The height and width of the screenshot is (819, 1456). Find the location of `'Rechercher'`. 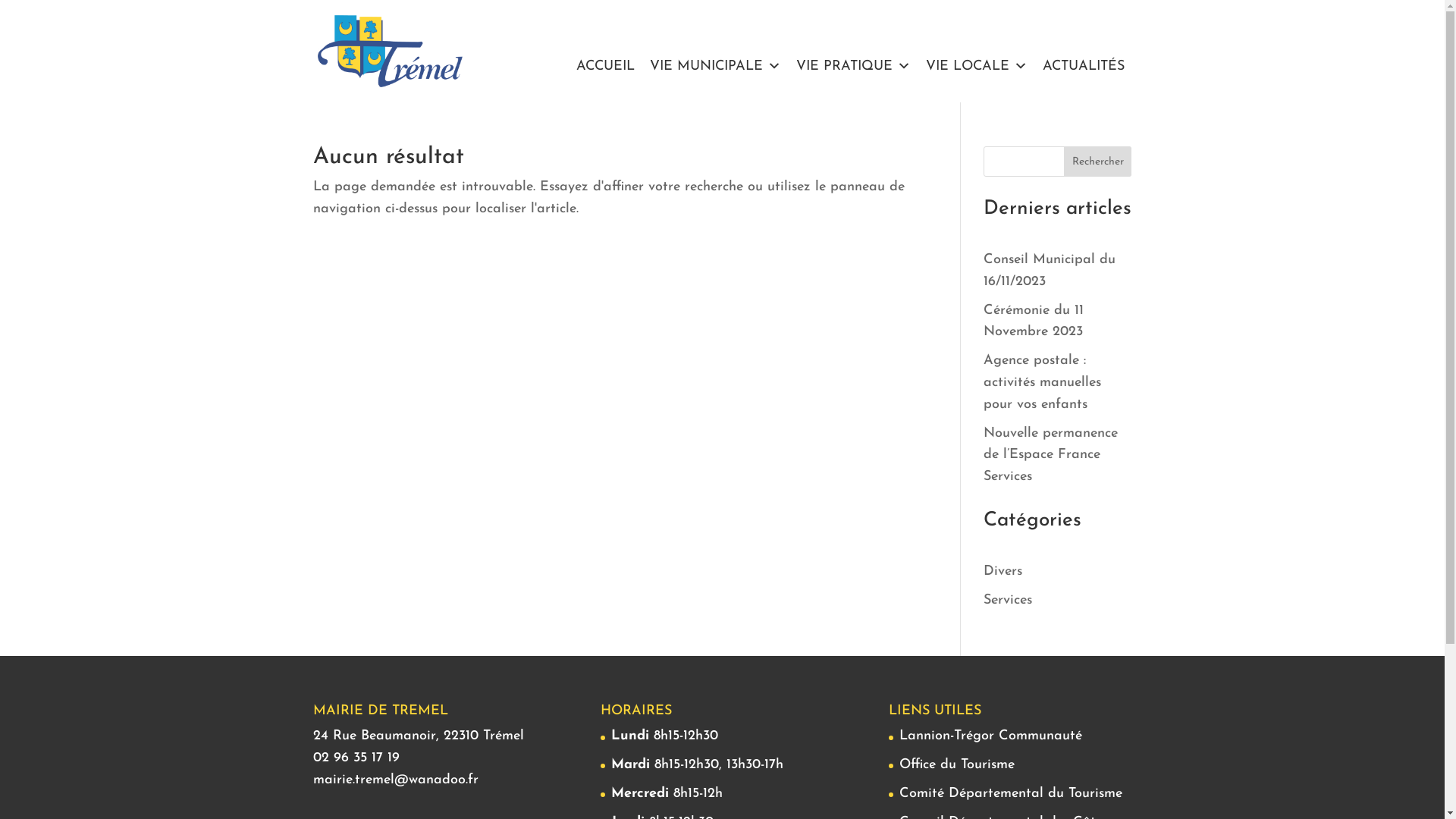

'Rechercher' is located at coordinates (1098, 161).